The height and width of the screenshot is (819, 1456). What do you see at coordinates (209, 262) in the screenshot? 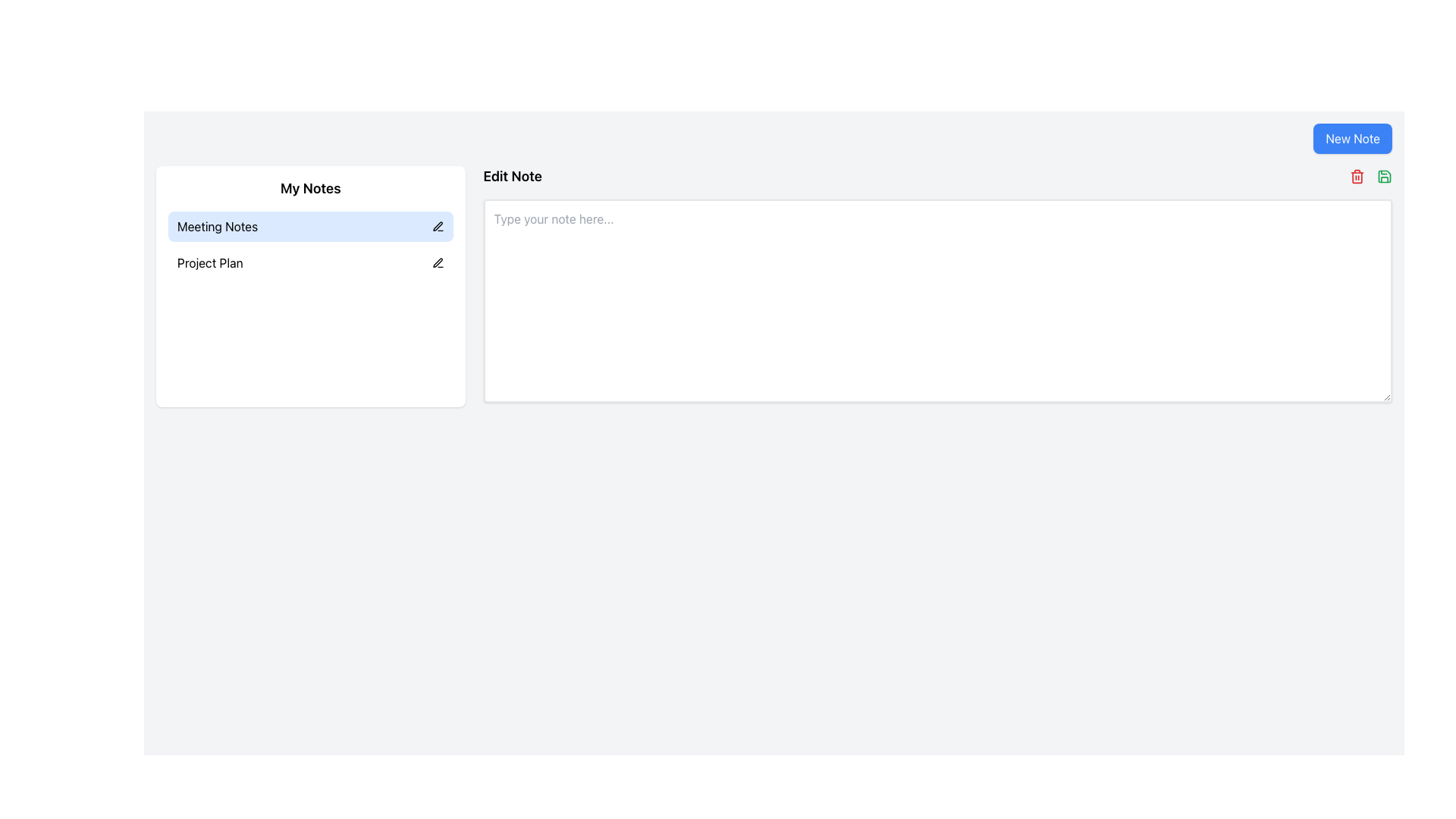
I see `the 'Project Plan' label in the left sidebar 'My Notes'` at bounding box center [209, 262].